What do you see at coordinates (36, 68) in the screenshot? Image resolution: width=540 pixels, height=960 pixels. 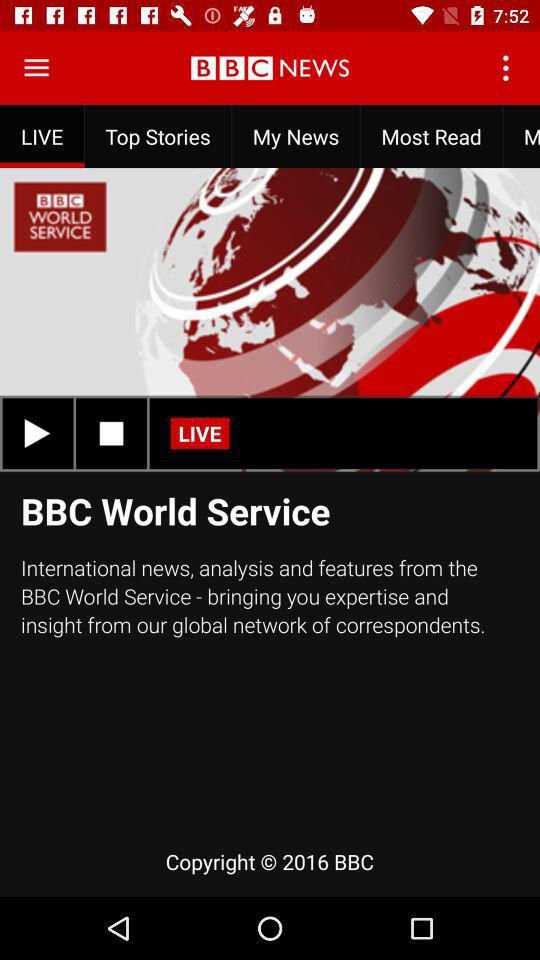 I see `menu` at bounding box center [36, 68].